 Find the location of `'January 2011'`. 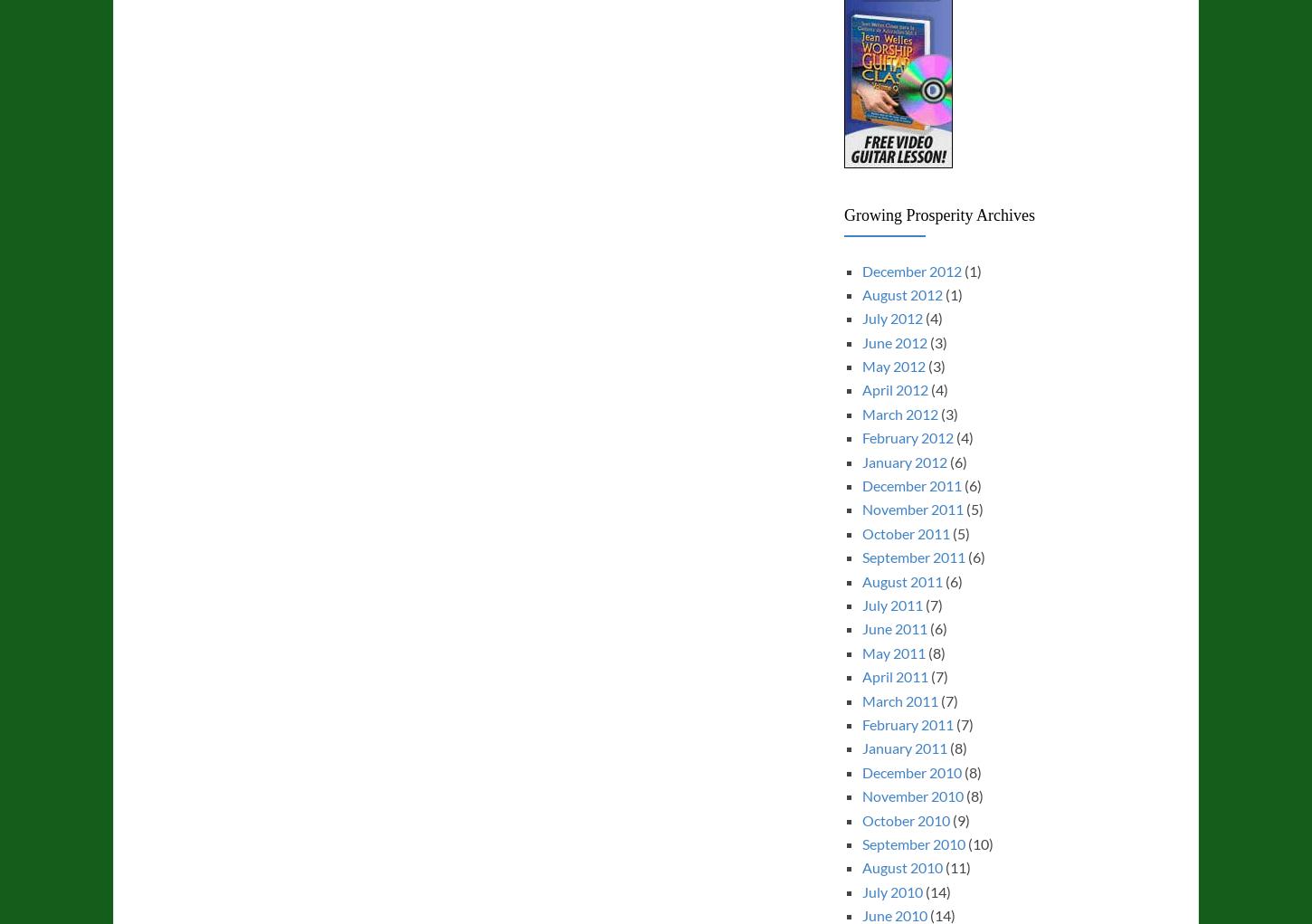

'January 2011' is located at coordinates (904, 748).